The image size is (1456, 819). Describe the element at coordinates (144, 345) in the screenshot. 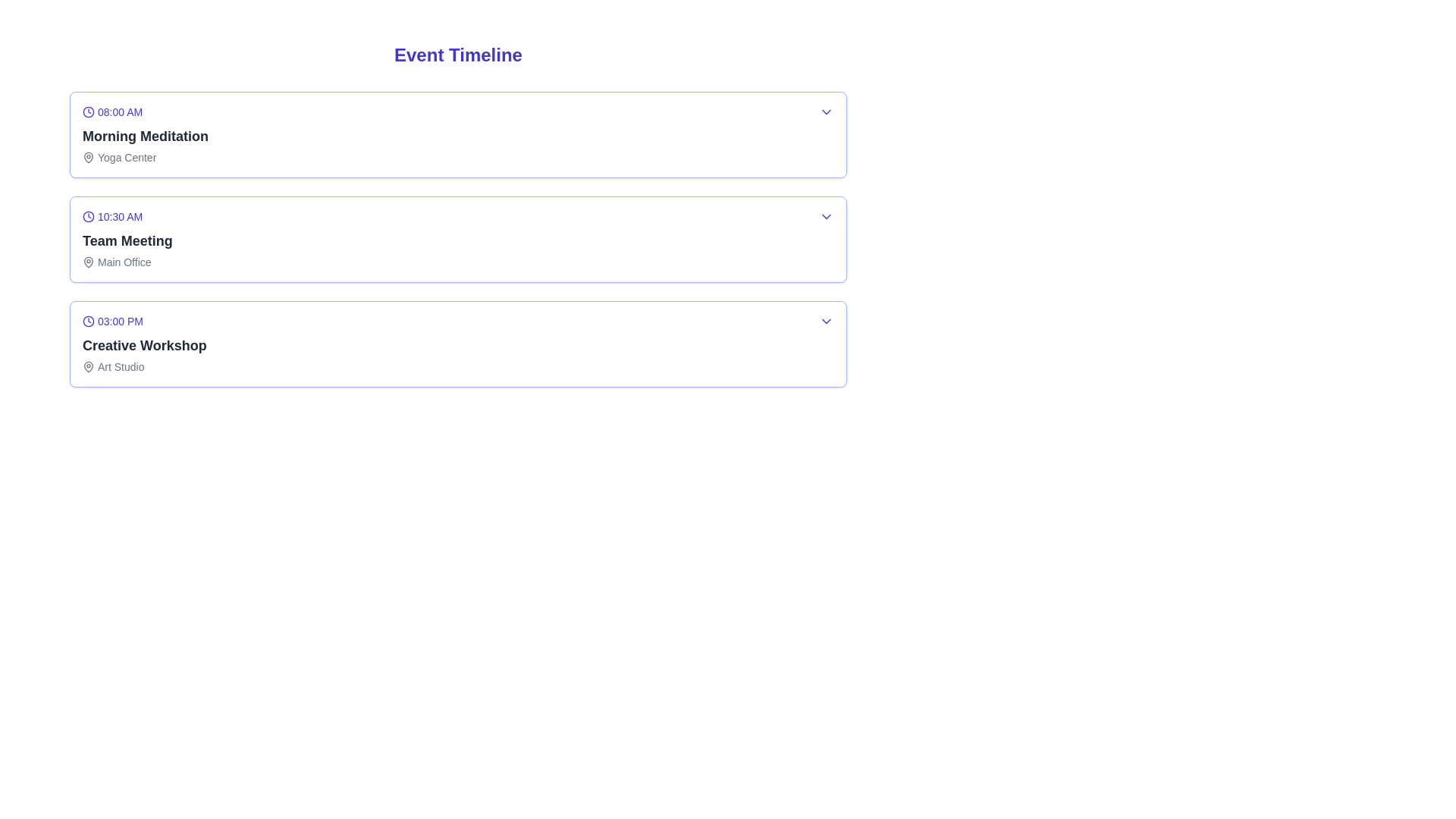

I see `text content of the 'Creative Workshop' label, which is displayed in bold and large font, located below '03:00 PM' and above 'Art Studio' in the event timeline` at that location.